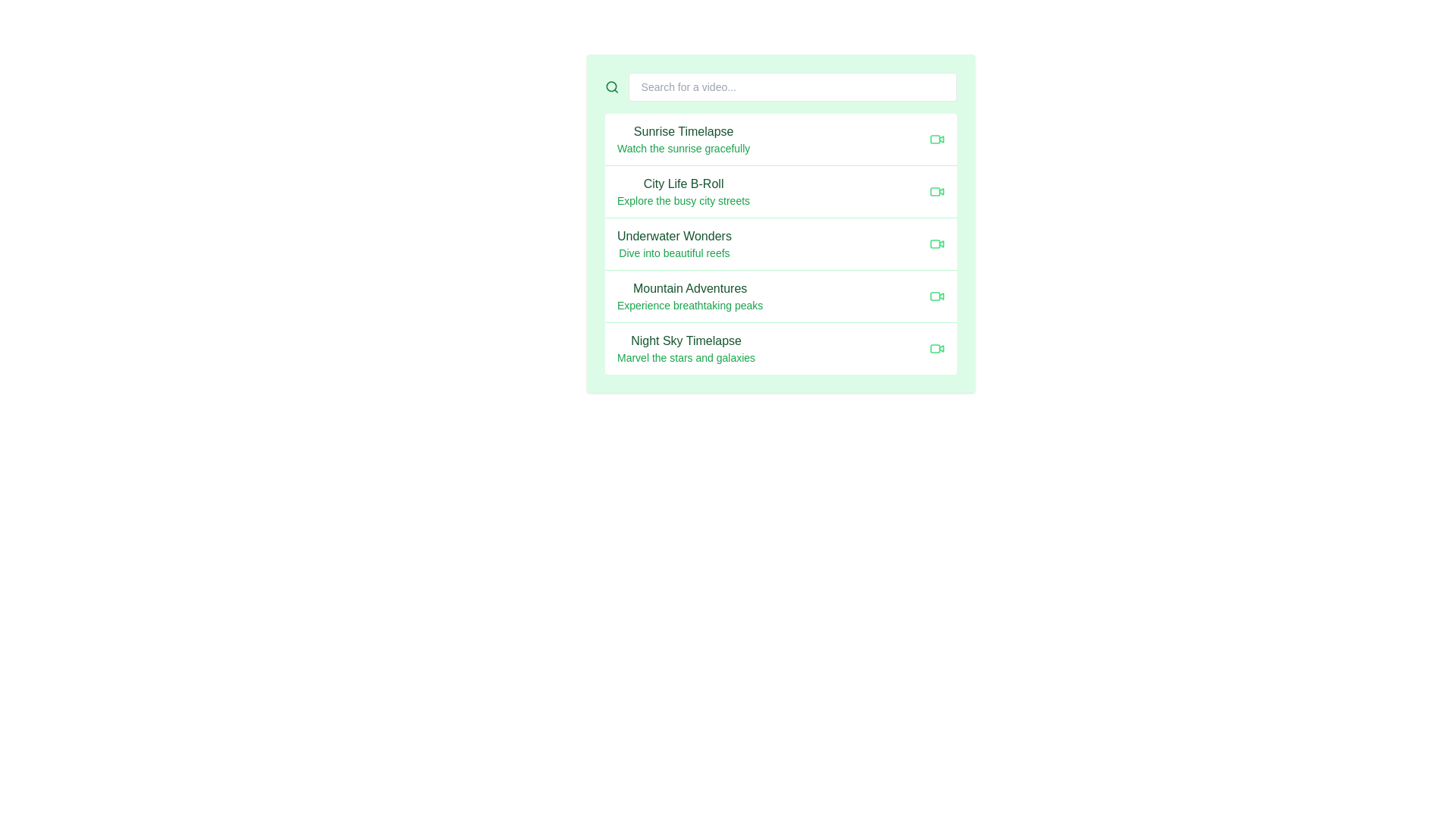 The width and height of the screenshot is (1456, 819). I want to click on the design of the icon graphical component located to the right of the 'Sunrise Timelapse' list item, which serves as a visual indication related to the video format, so click(934, 140).